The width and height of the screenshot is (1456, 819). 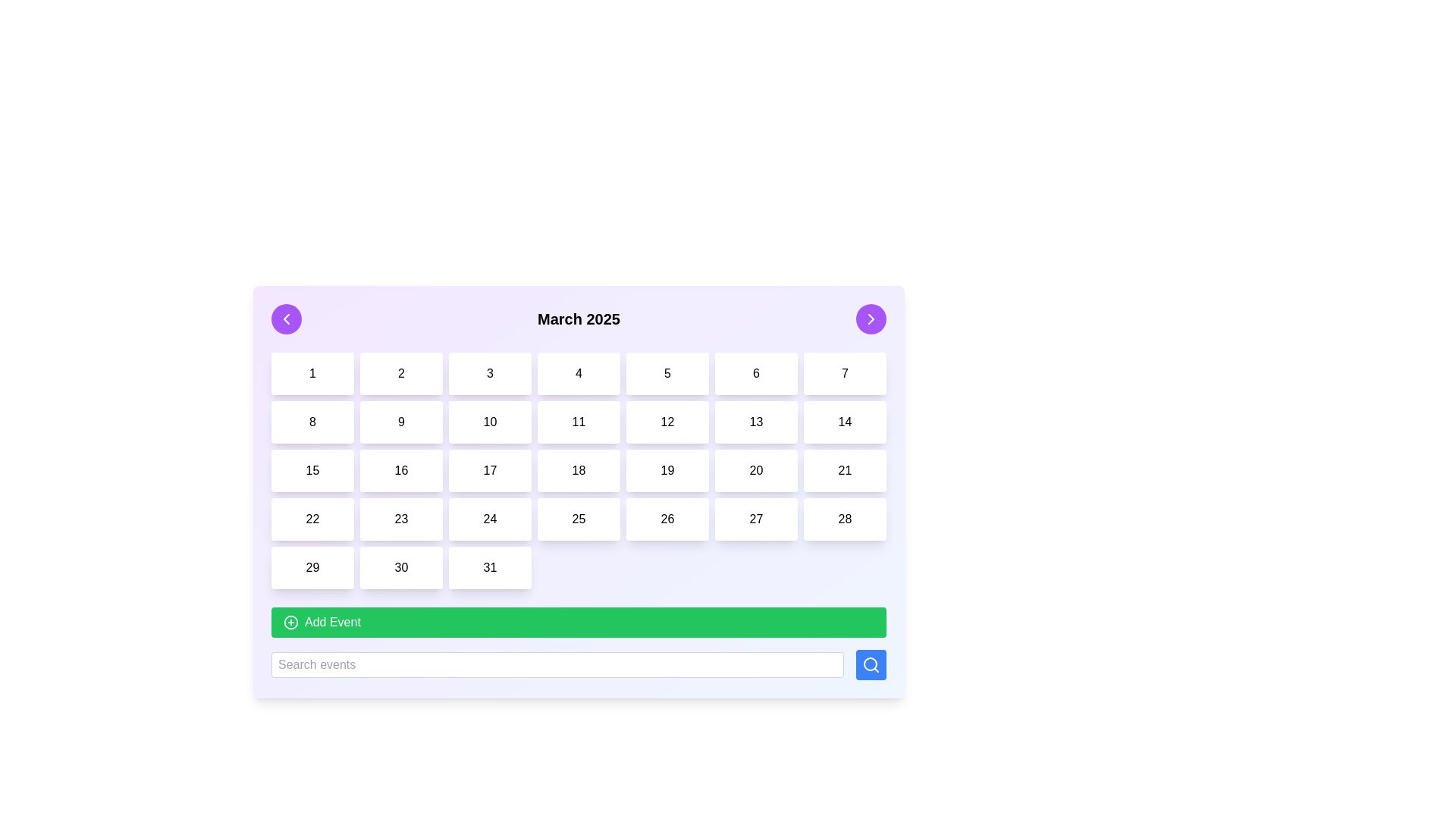 I want to click on the Calendar Date Cell representing the 31st day of the month, located in the seventh column of the fifth row of the calendar grid, so click(x=490, y=567).